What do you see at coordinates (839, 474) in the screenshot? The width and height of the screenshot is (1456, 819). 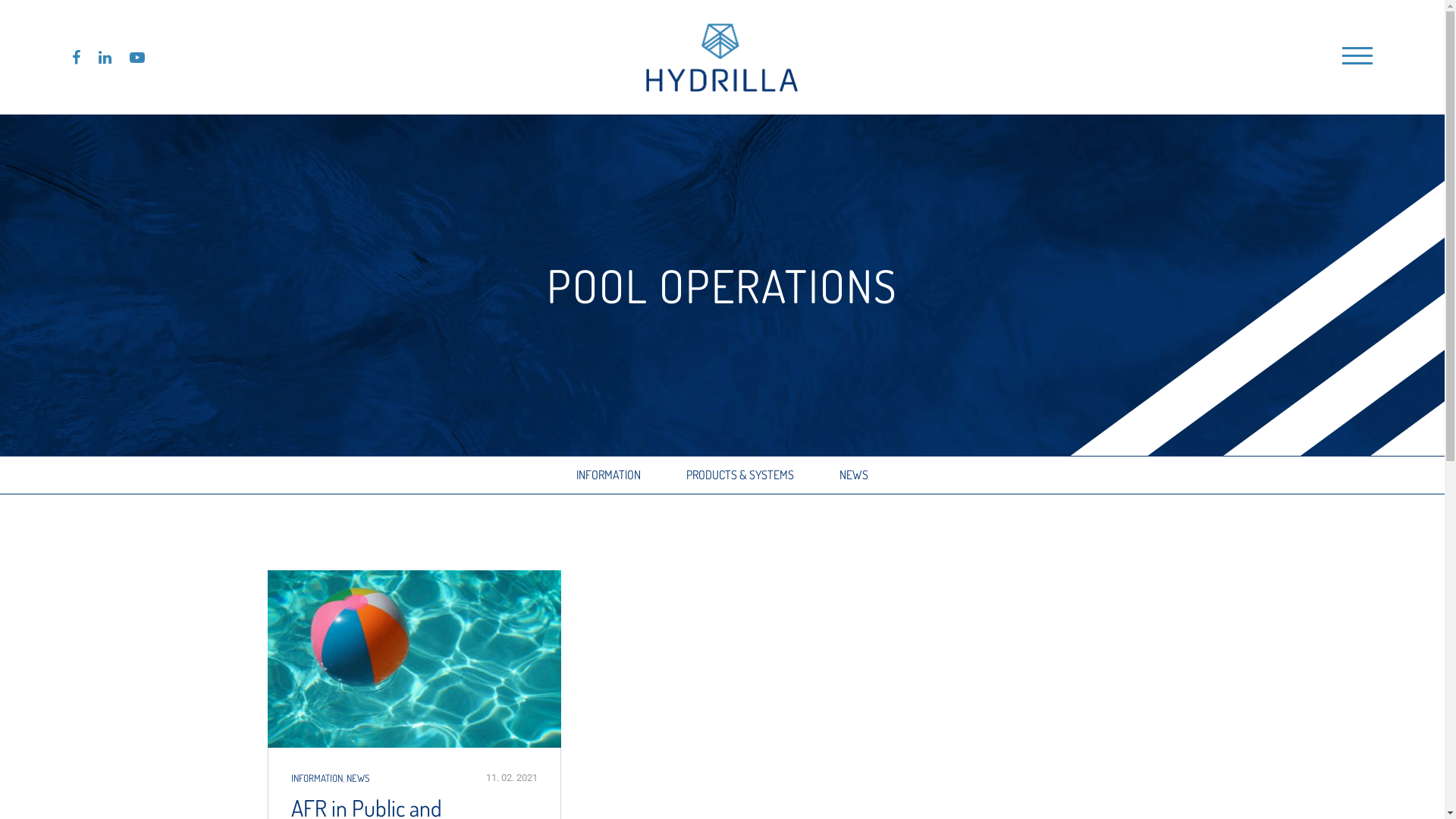 I see `'NEWS'` at bounding box center [839, 474].